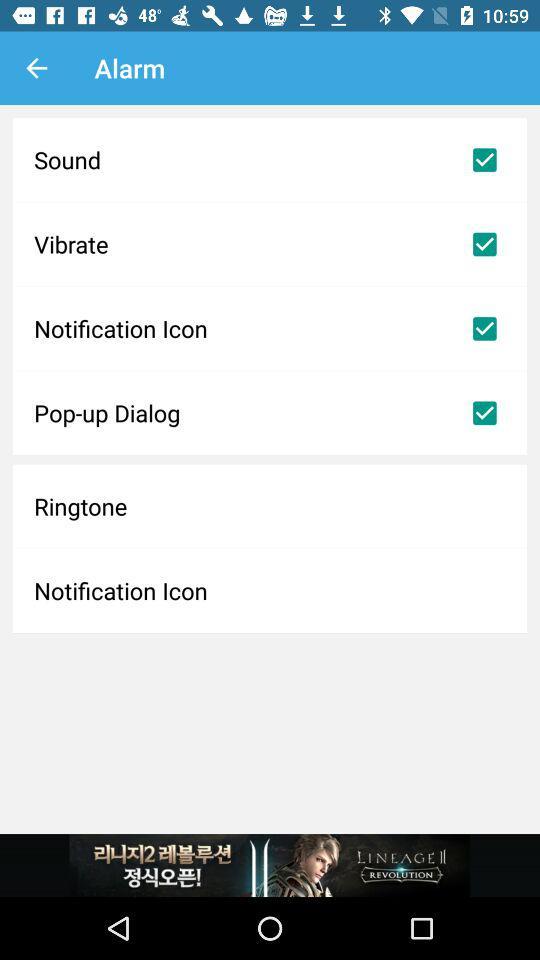 The width and height of the screenshot is (540, 960). Describe the element at coordinates (270, 243) in the screenshot. I see `the vibrate icon` at that location.